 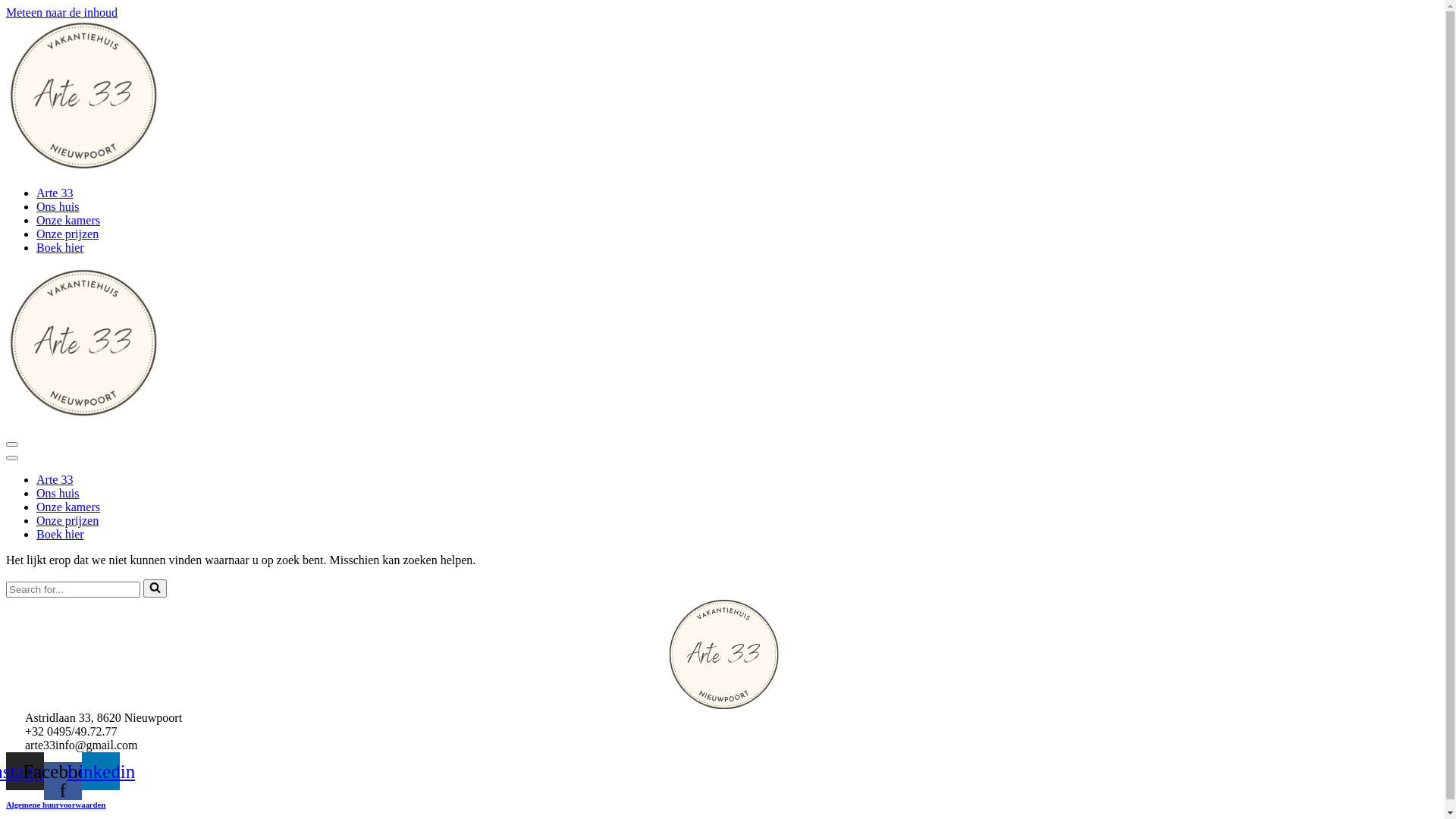 What do you see at coordinates (60, 246) in the screenshot?
I see `'Boek hier'` at bounding box center [60, 246].